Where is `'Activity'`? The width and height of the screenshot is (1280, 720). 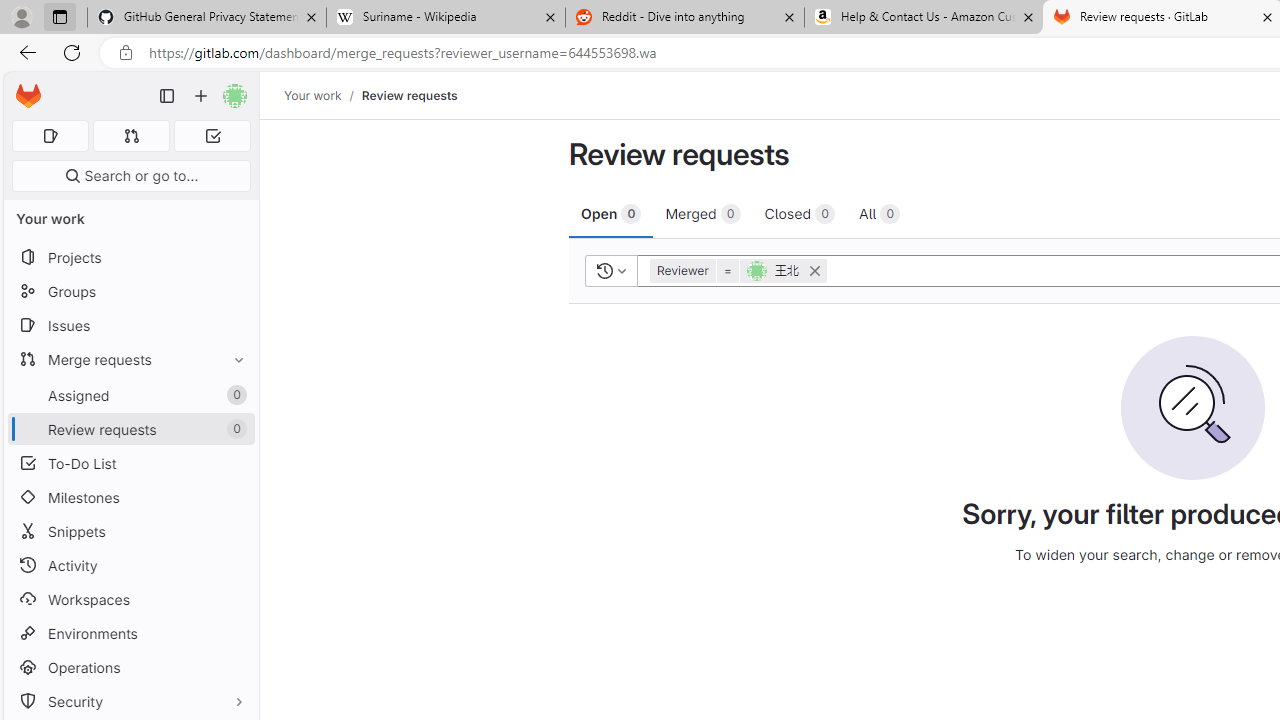
'Activity' is located at coordinates (130, 565).